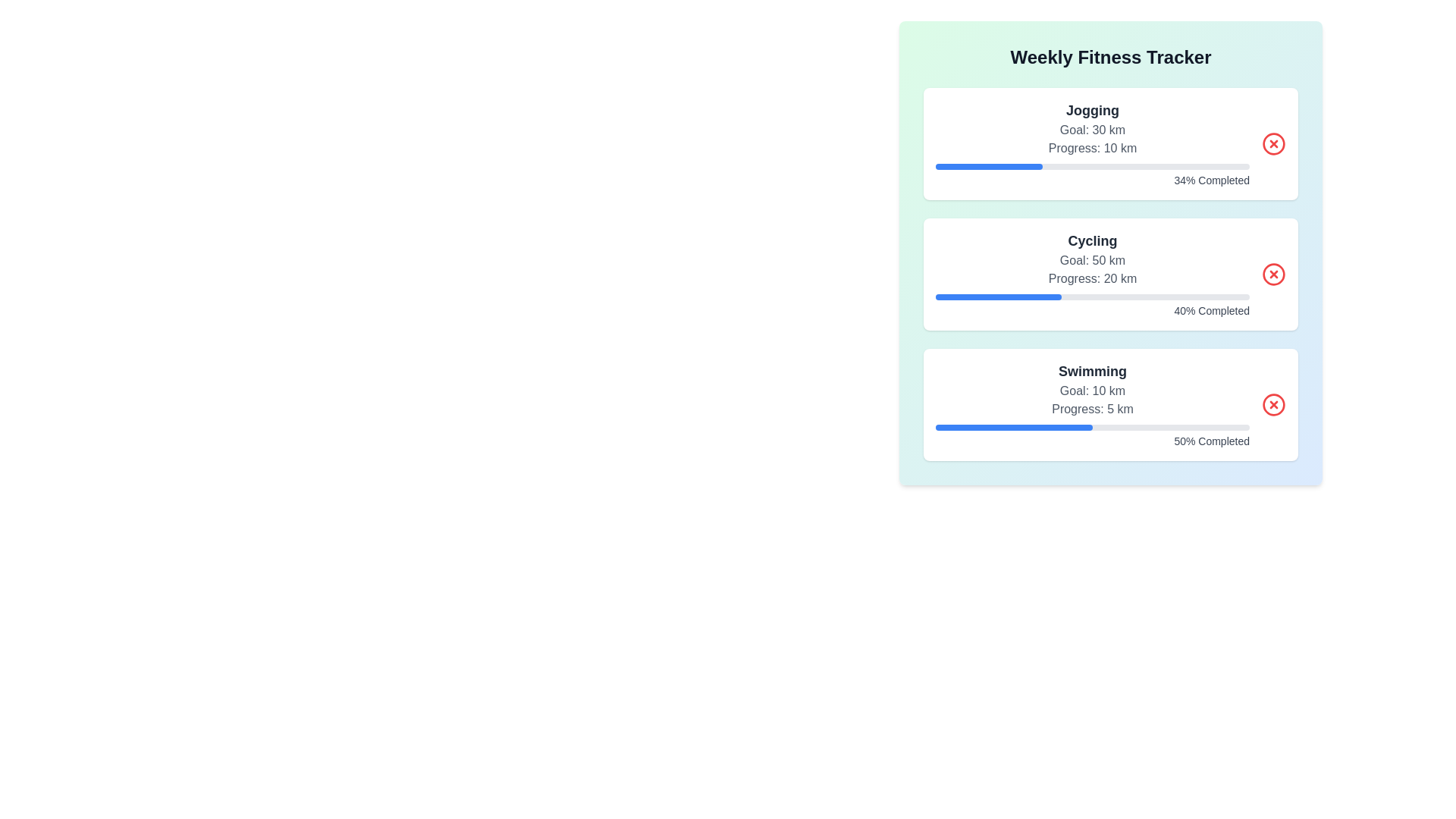 The height and width of the screenshot is (819, 1456). I want to click on the decorative circle surrounding the 'X' symbol in the cancel icon located at the top-right corner of the 'Jogging' activity card in the Weekly Fitness Tracker interface, so click(1274, 143).